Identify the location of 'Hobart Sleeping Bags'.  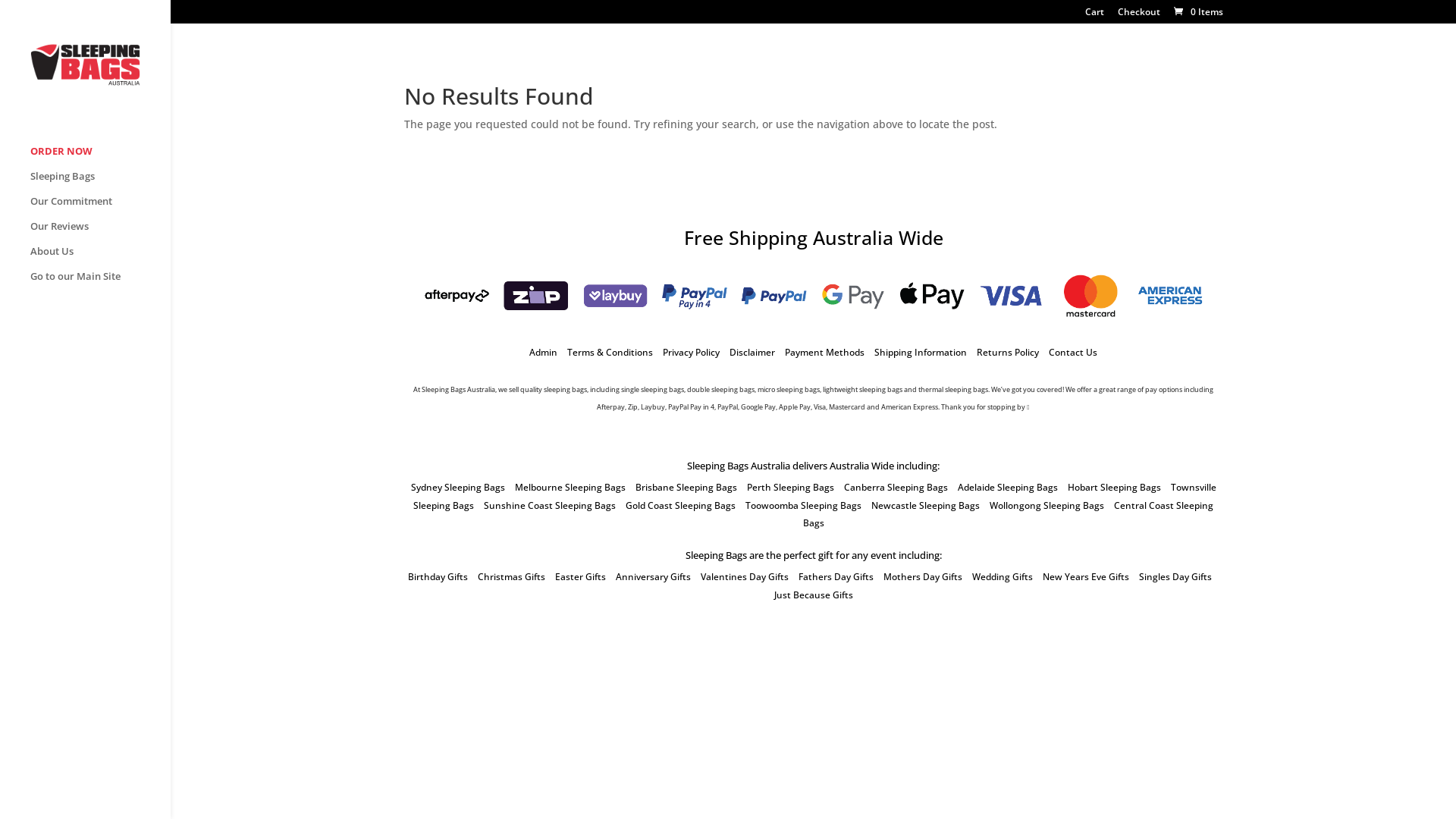
(1066, 487).